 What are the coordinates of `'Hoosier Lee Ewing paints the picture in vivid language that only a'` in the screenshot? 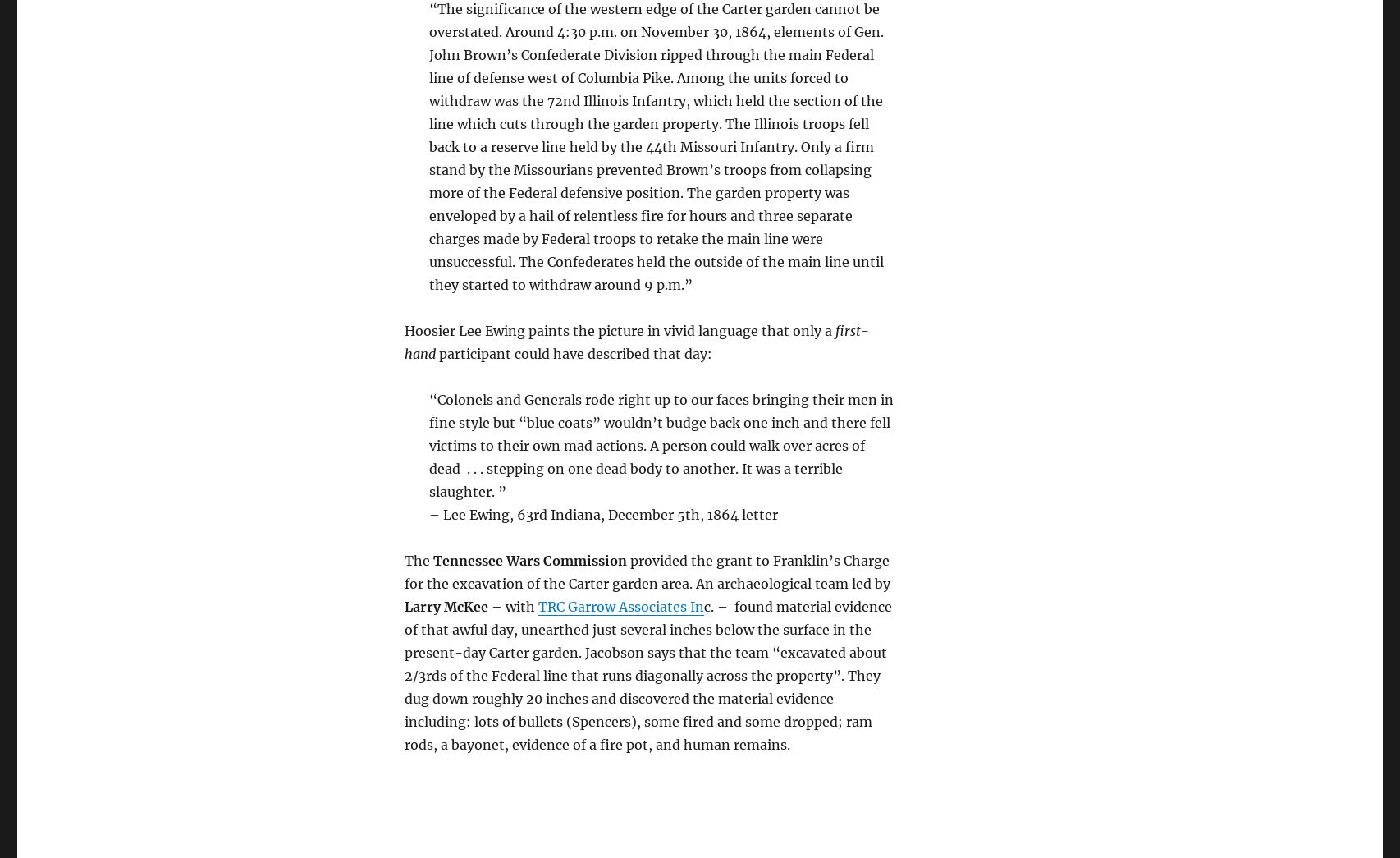 It's located at (617, 329).